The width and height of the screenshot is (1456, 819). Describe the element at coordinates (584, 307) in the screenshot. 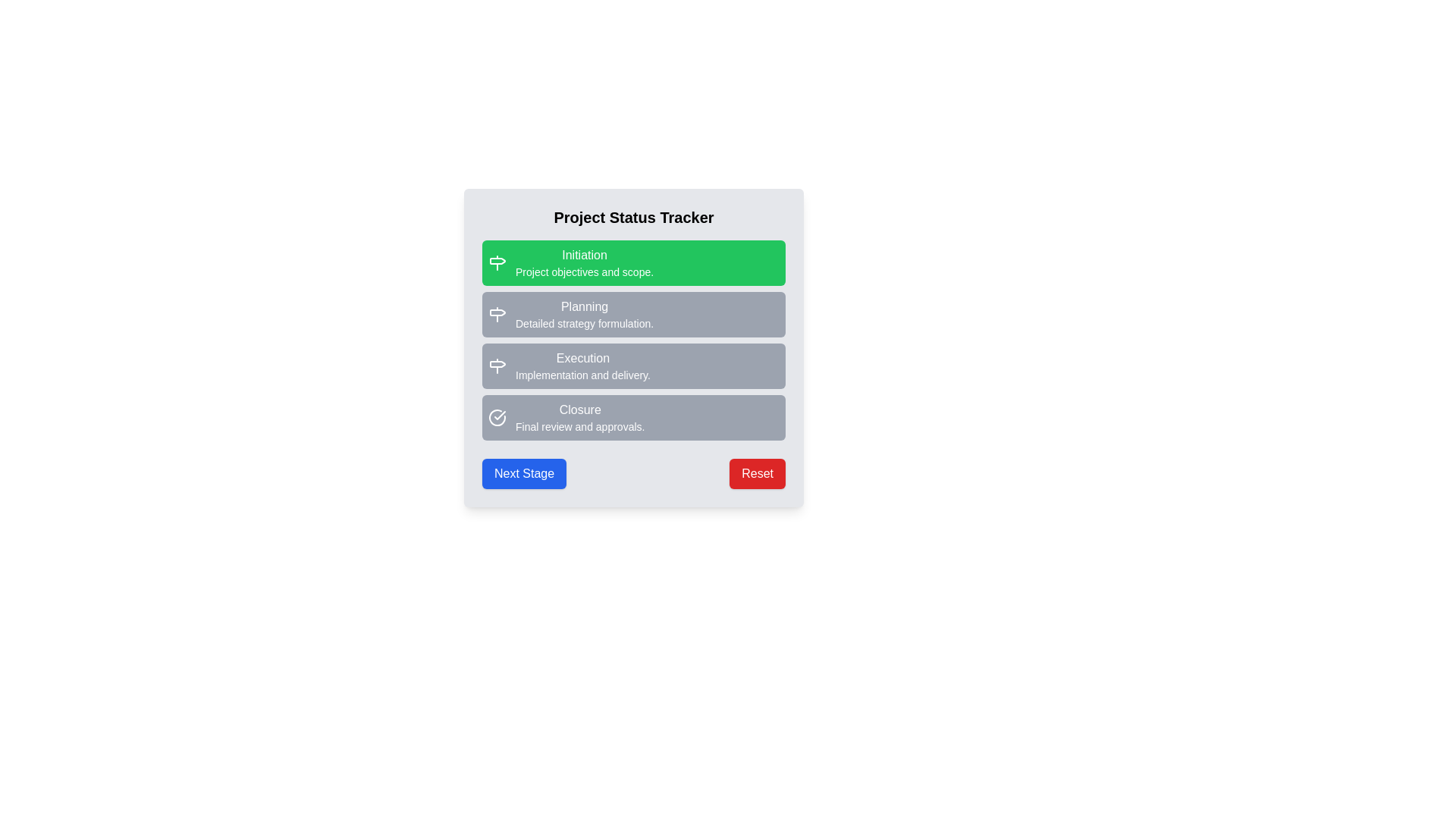

I see `the 'Planning' Text Label, which indicates the stage of the progress tracker in the second section of the four-step vertical progress` at that location.